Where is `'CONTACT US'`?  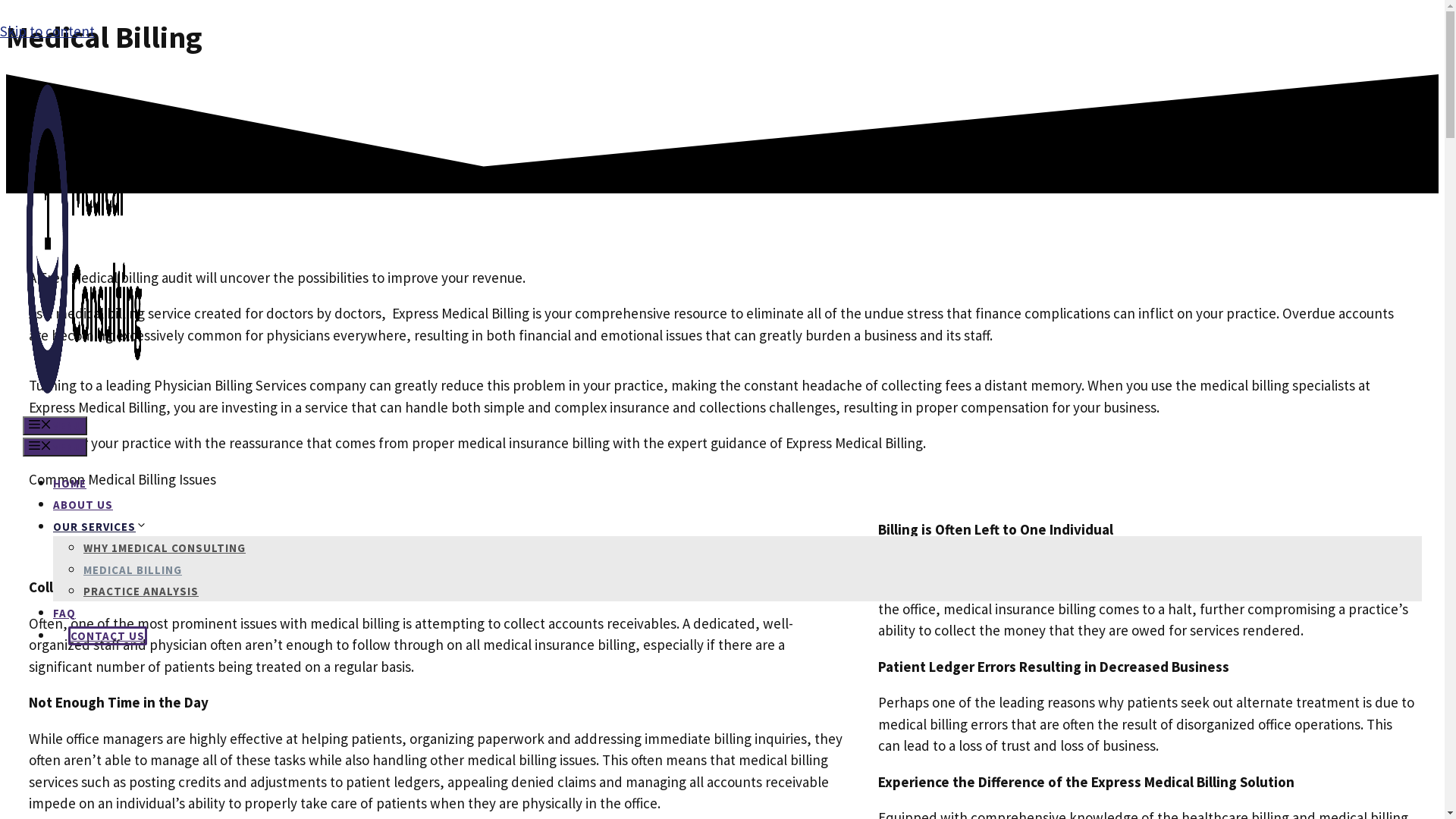
'CONTACT US' is located at coordinates (107, 635).